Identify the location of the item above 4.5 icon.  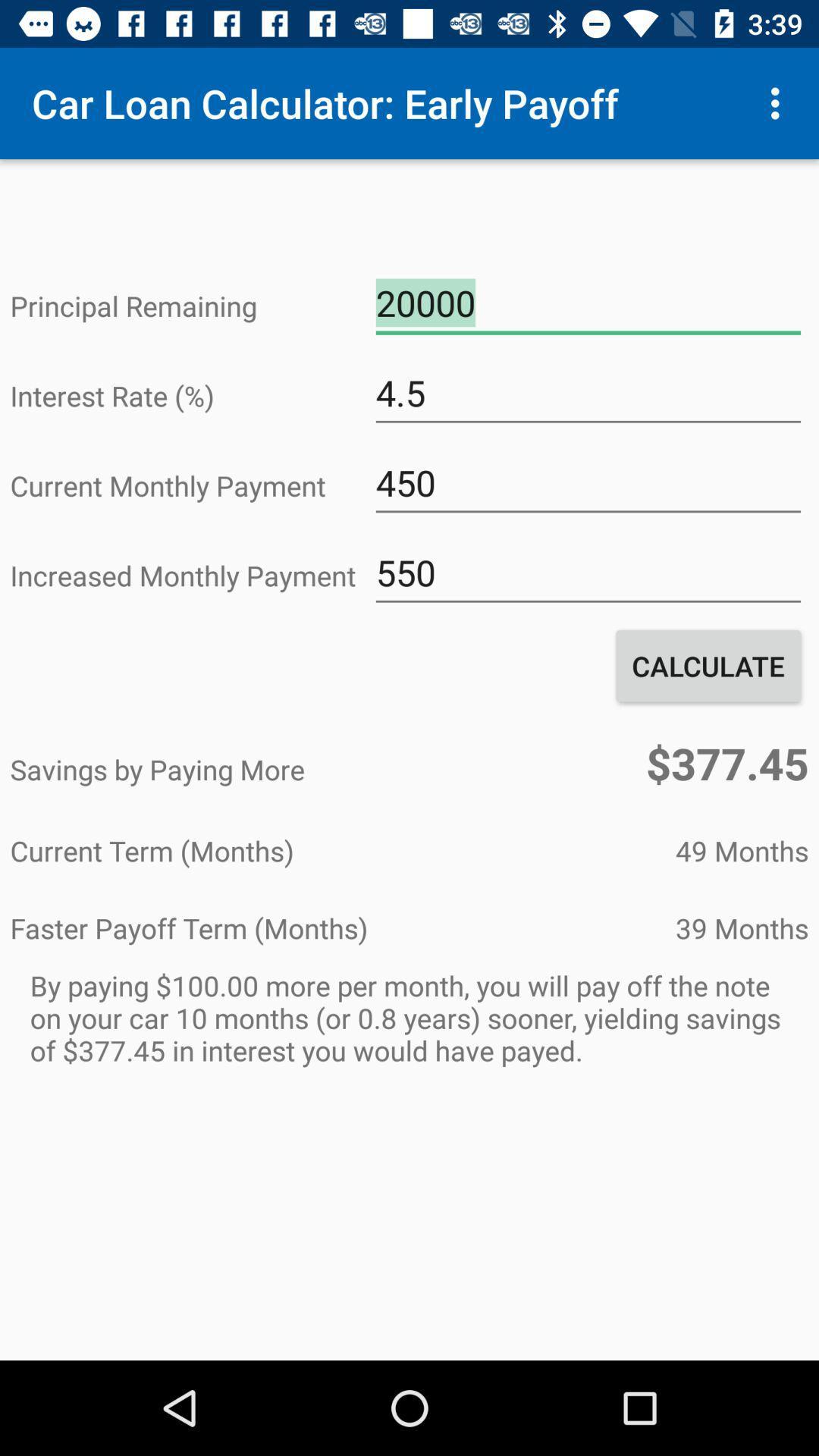
(587, 303).